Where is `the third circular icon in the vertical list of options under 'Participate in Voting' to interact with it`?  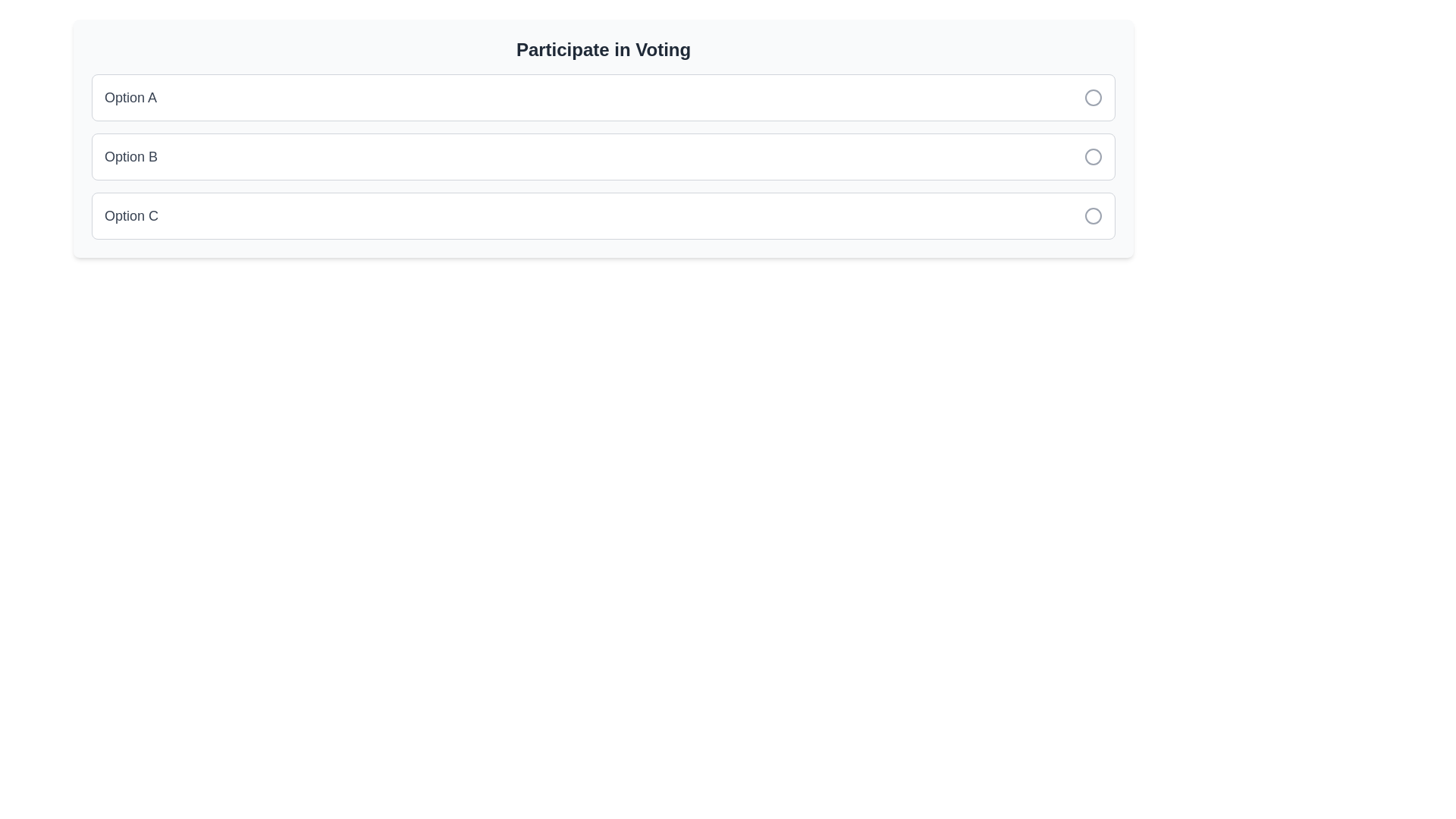 the third circular icon in the vertical list of options under 'Participate in Voting' to interact with it is located at coordinates (1093, 216).